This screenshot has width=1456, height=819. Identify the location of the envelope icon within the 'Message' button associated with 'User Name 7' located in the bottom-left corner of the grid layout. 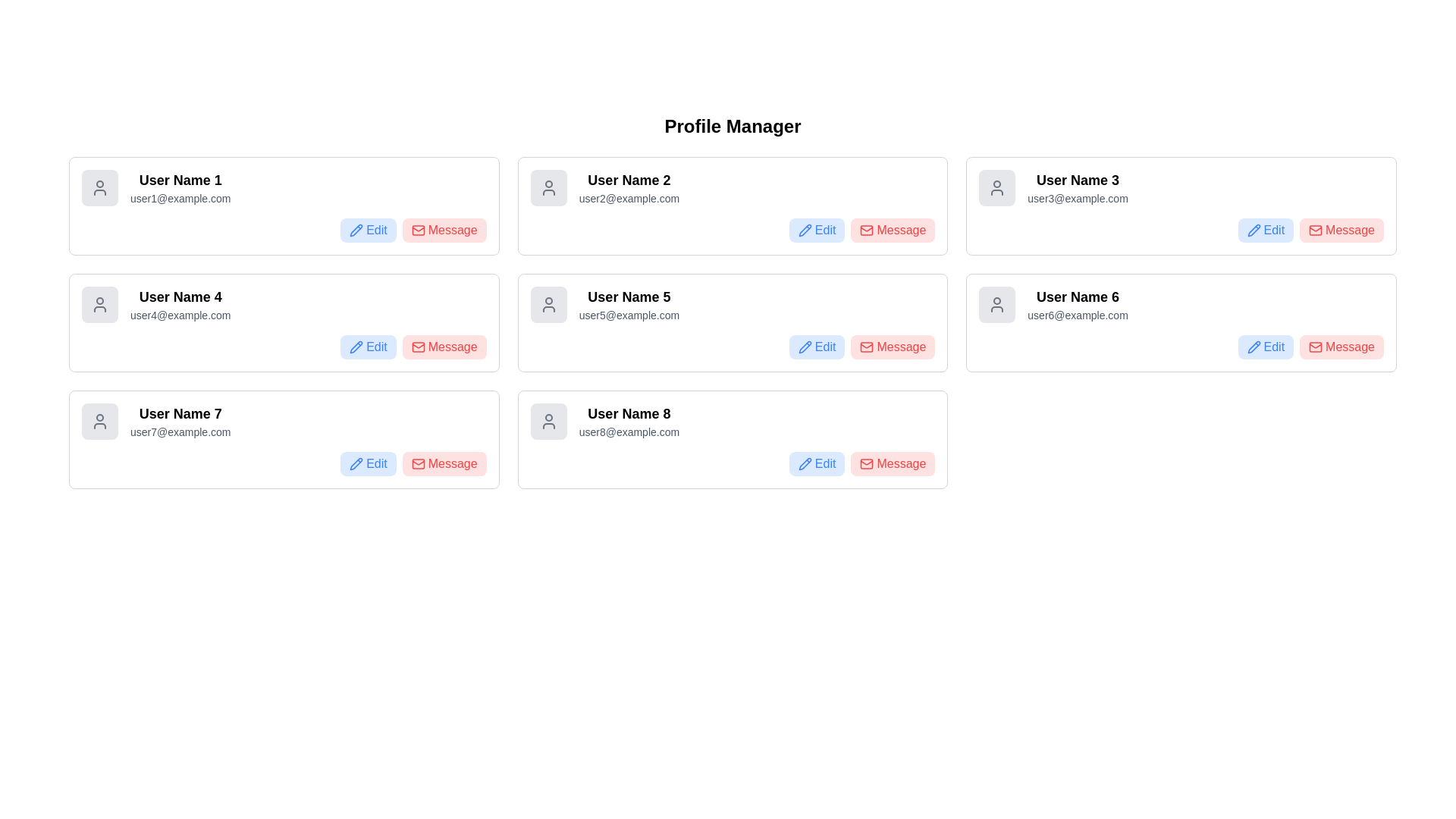
(418, 463).